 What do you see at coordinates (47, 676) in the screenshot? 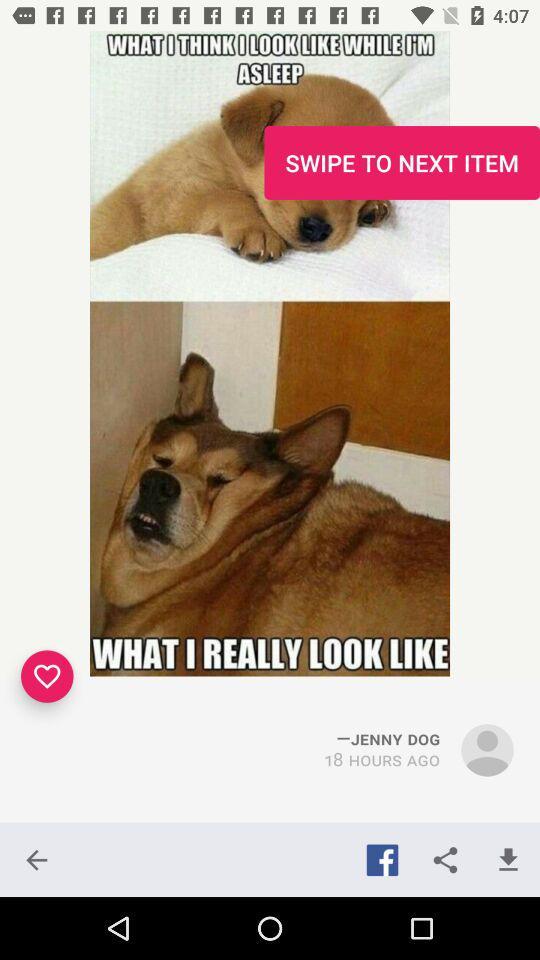
I see `the favorite icon` at bounding box center [47, 676].